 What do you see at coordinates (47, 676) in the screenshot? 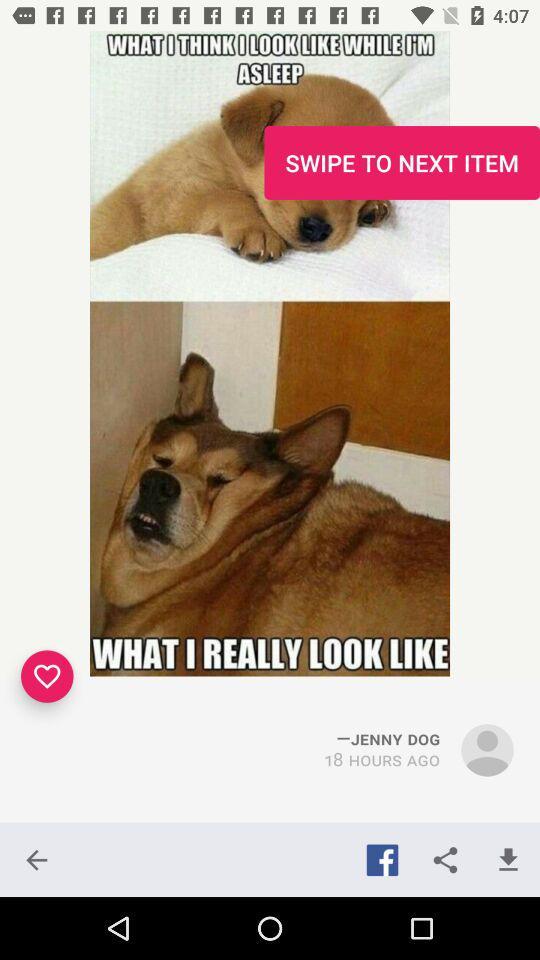
I see `the favorite icon` at bounding box center [47, 676].